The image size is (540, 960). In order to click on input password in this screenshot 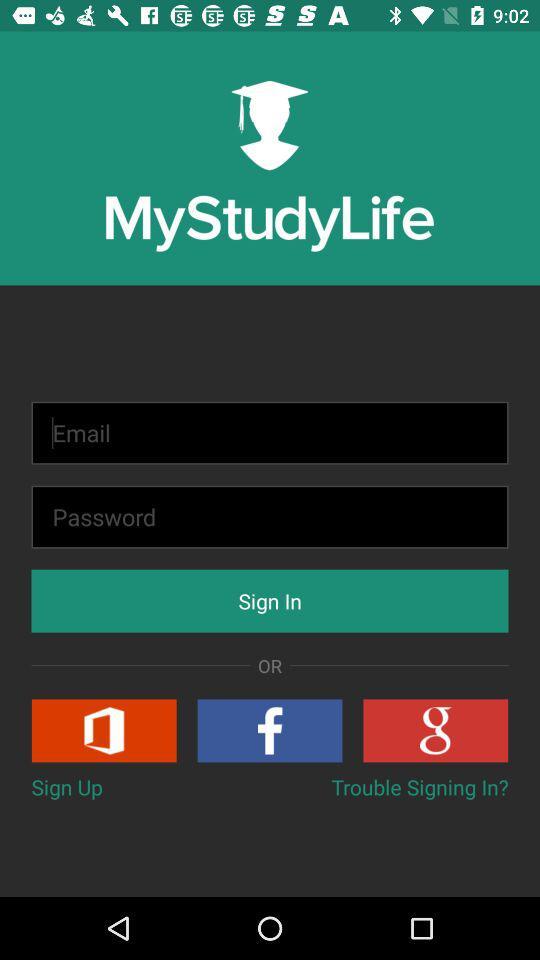, I will do `click(270, 516)`.